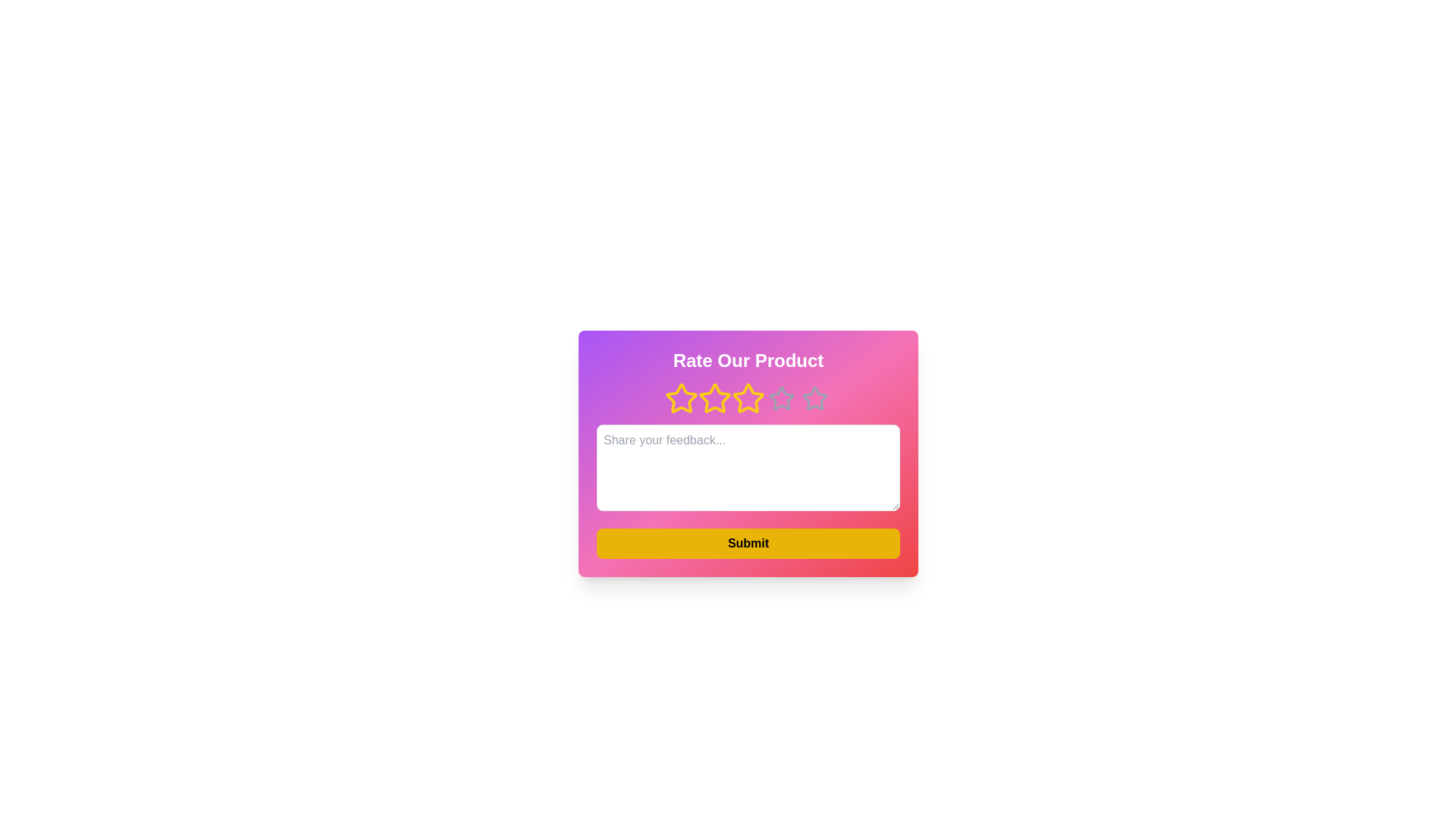  Describe the element at coordinates (782, 397) in the screenshot. I see `the fourth star-shaped rating icon outlined in light gray` at that location.